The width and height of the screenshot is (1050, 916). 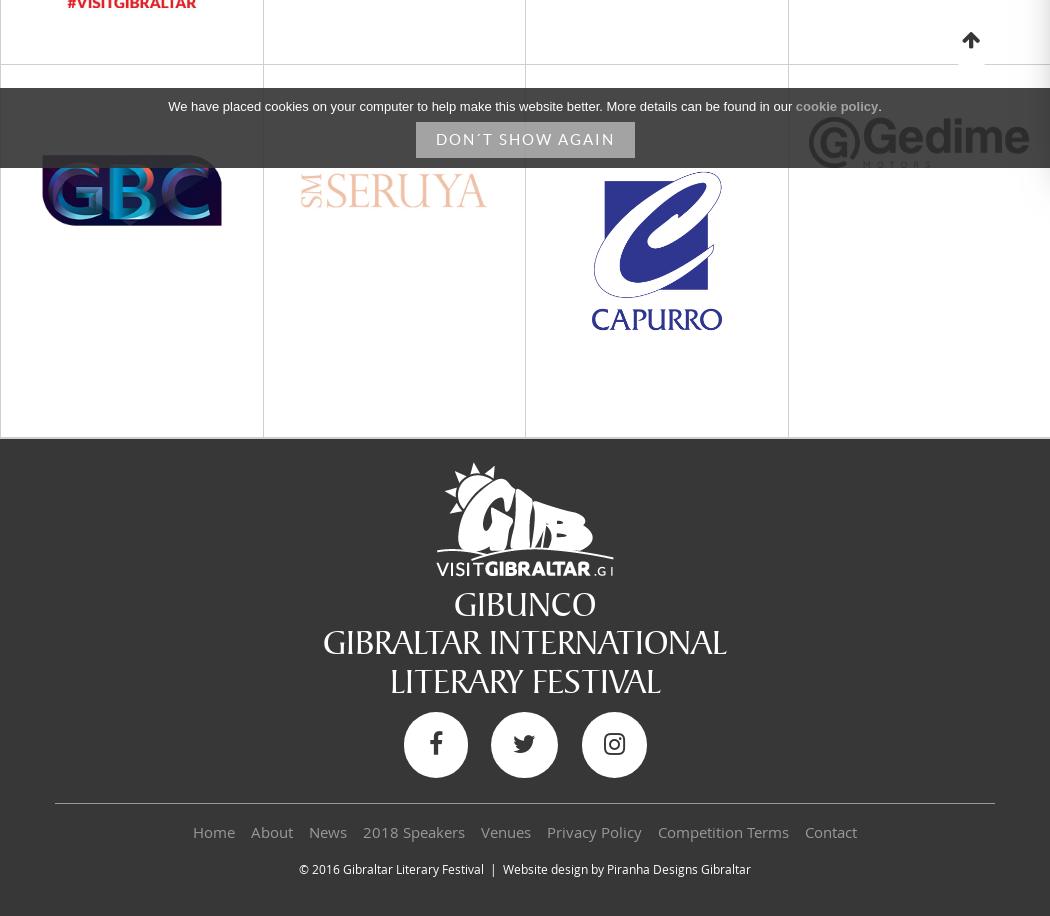 I want to click on 'Competition Terms', so click(x=722, y=832).